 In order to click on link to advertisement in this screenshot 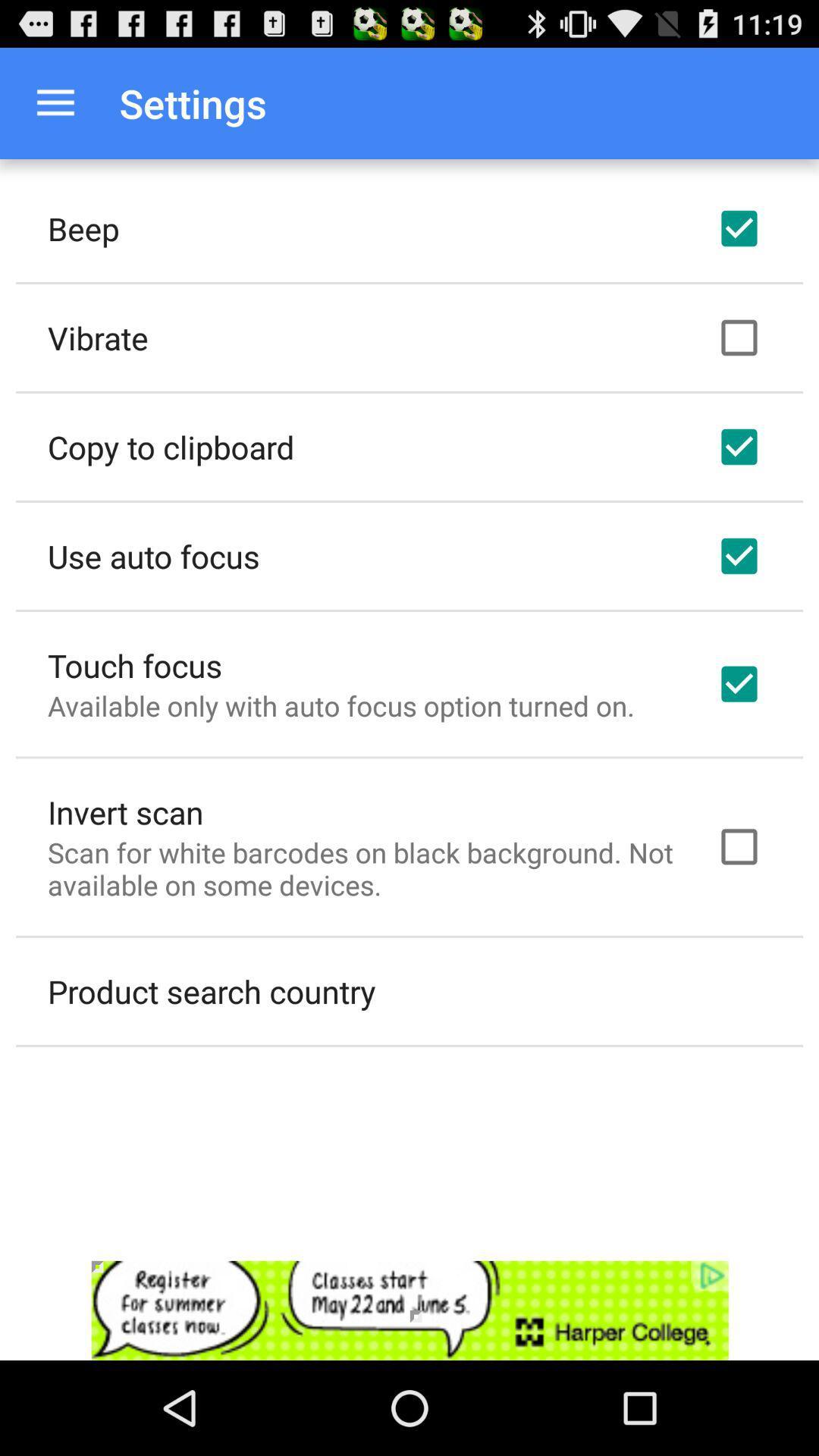, I will do `click(409, 1310)`.